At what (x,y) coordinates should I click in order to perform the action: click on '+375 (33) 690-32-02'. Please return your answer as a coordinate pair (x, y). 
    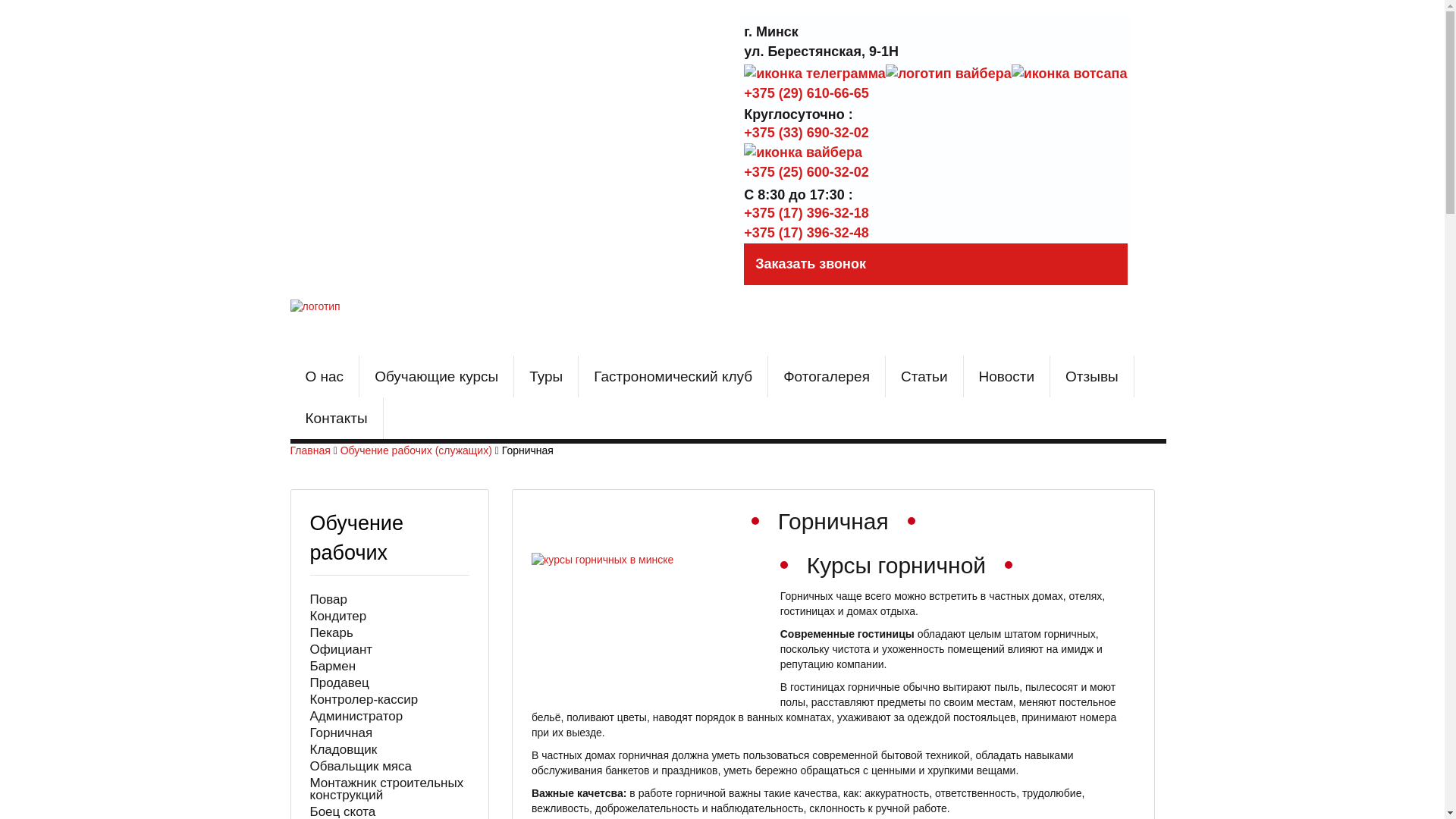
    Looking at the image, I should click on (805, 131).